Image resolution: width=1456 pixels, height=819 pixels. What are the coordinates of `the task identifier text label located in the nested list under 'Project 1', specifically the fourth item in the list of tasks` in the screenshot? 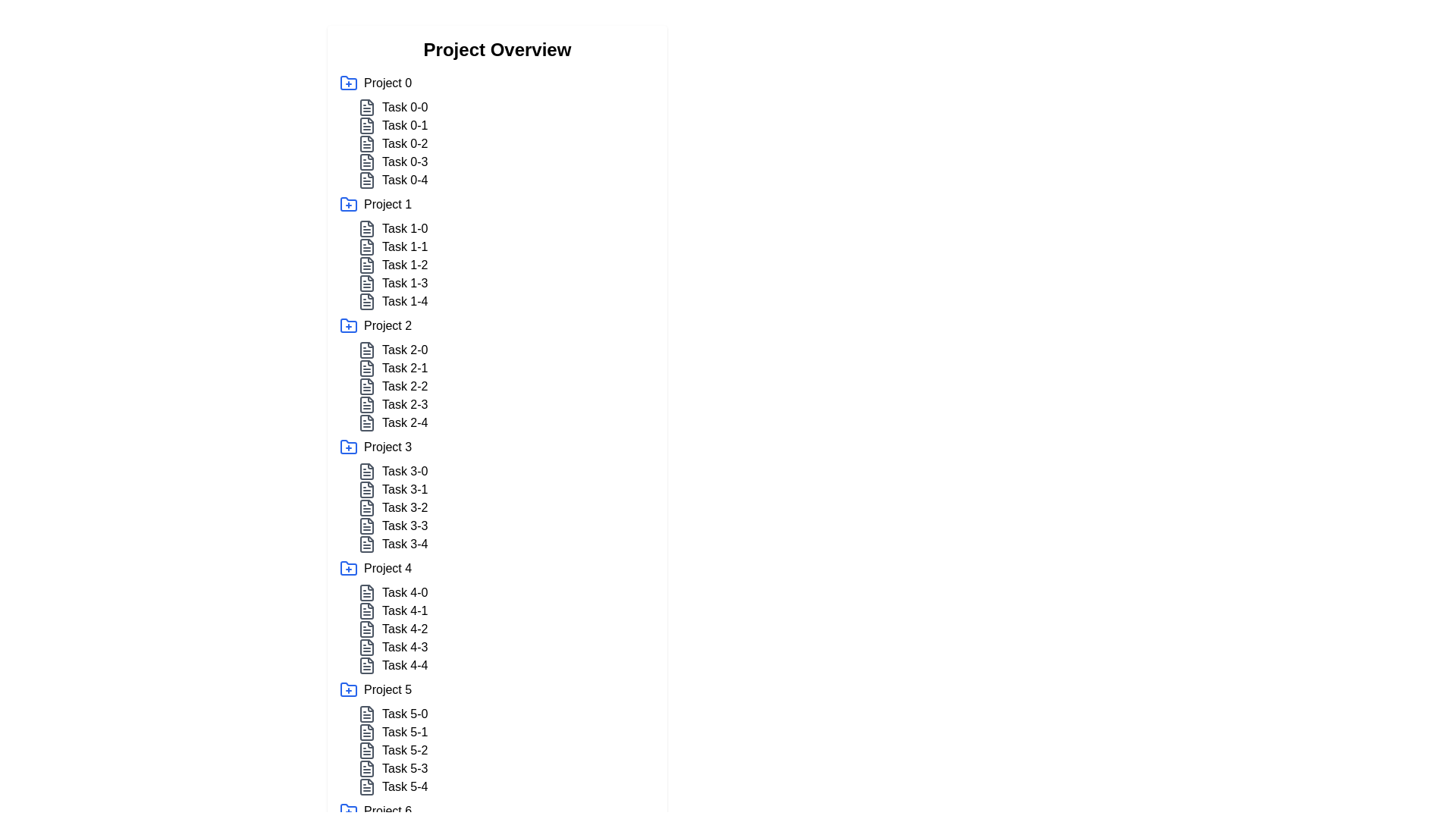 It's located at (404, 284).